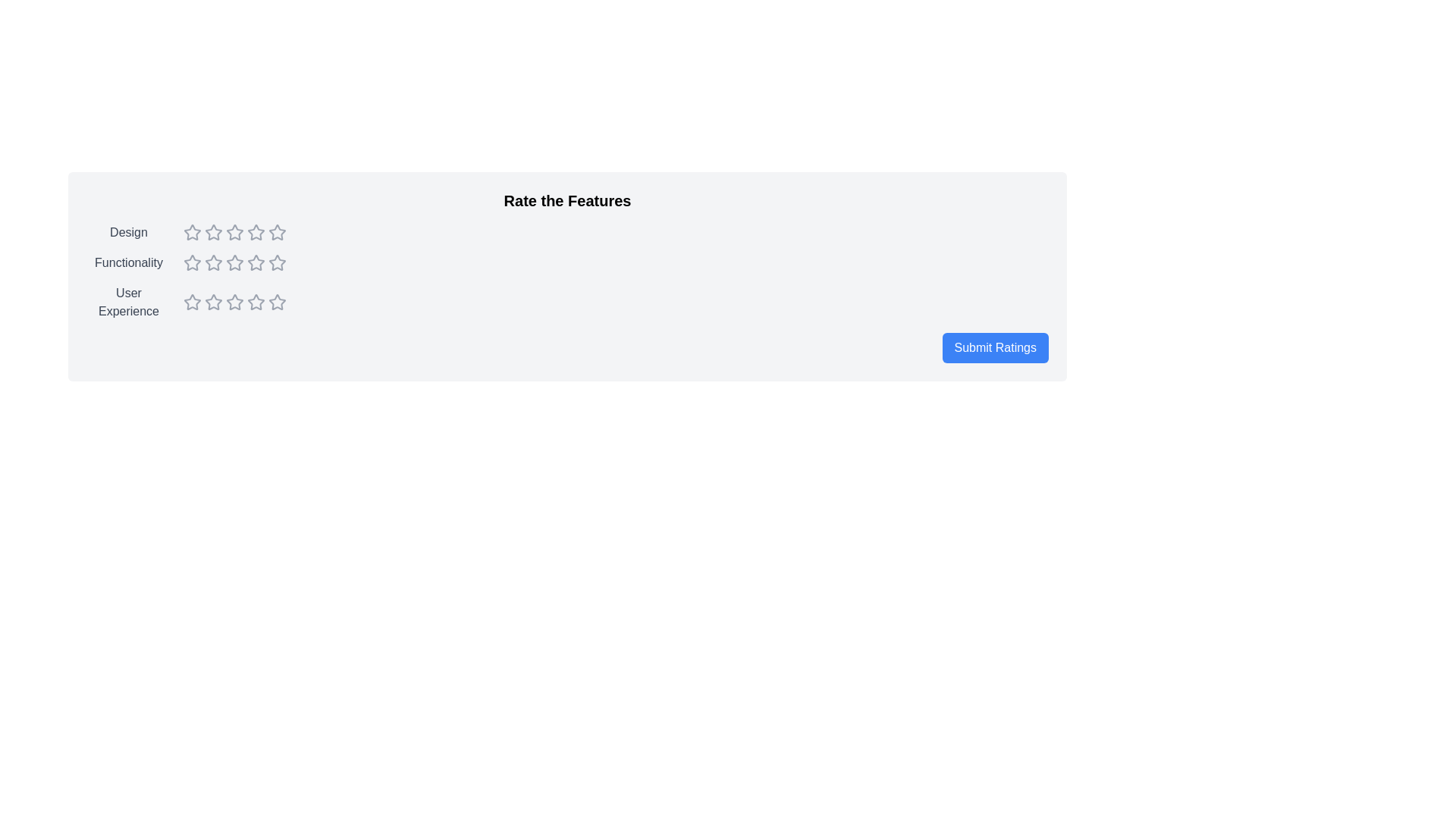 This screenshot has height=819, width=1456. What do you see at coordinates (256, 232) in the screenshot?
I see `the second star from the left in the rating row under the category 'Design'` at bounding box center [256, 232].